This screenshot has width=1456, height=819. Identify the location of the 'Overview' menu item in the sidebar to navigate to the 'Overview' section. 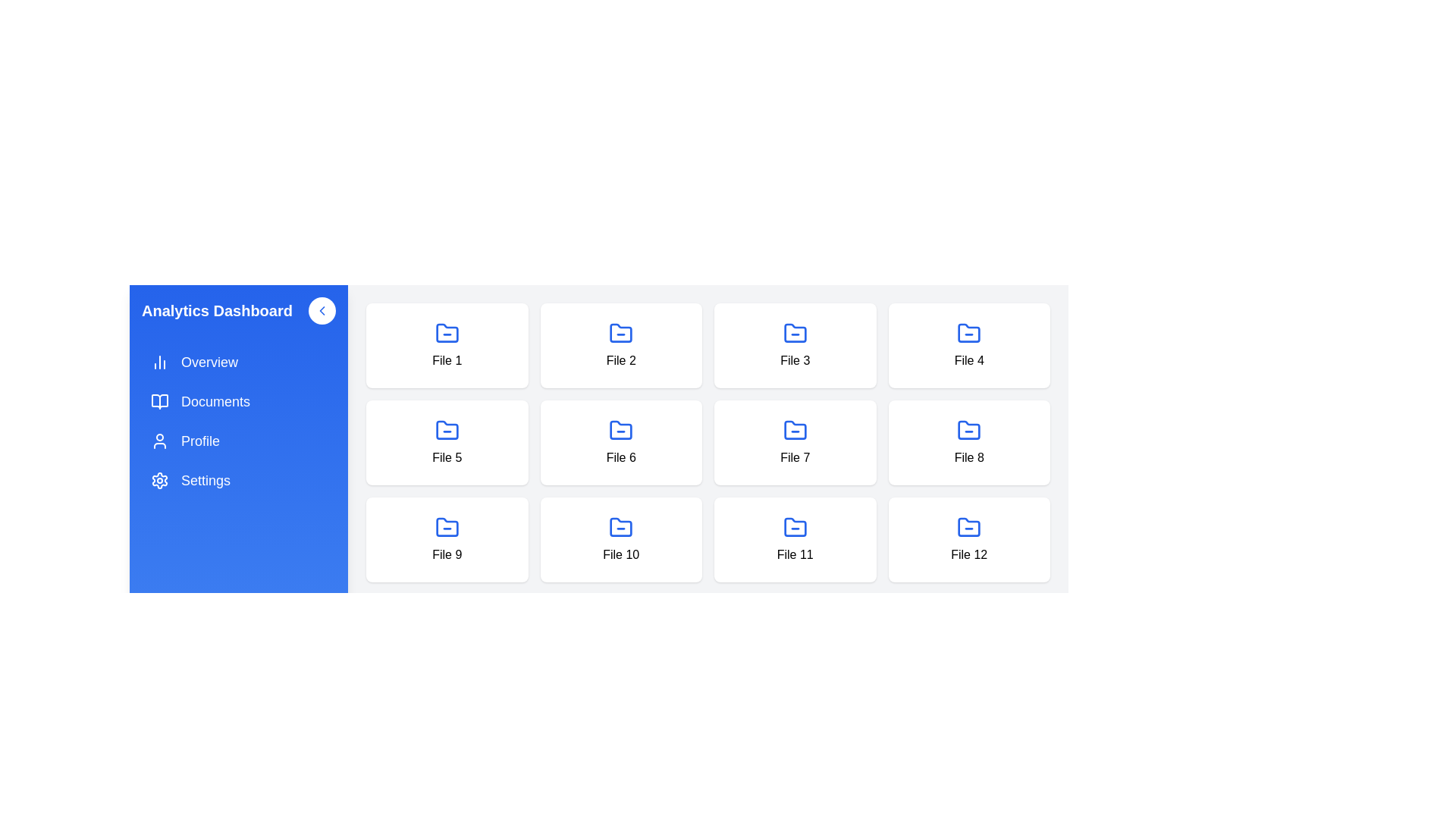
(238, 362).